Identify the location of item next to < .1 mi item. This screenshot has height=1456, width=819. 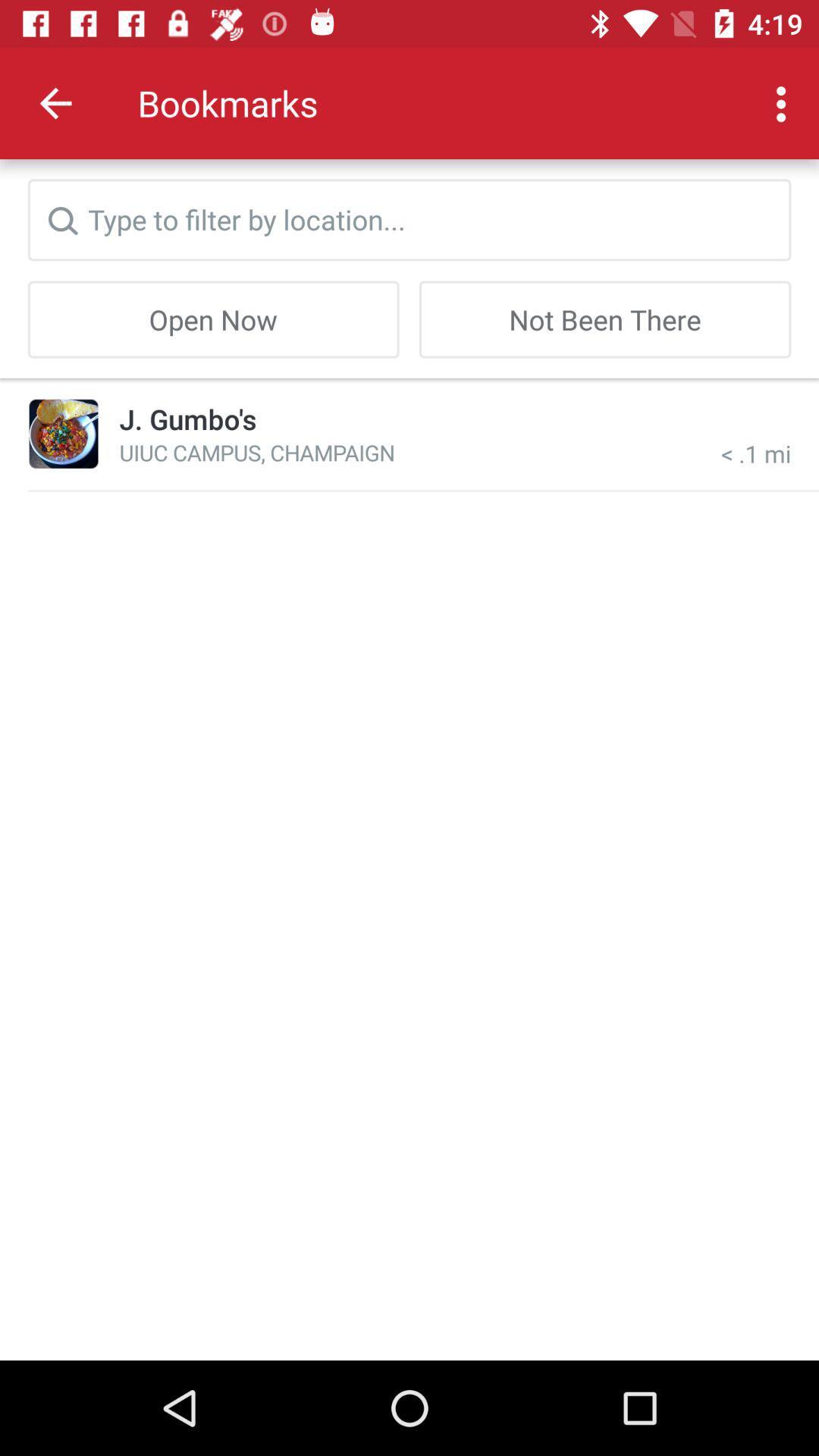
(187, 419).